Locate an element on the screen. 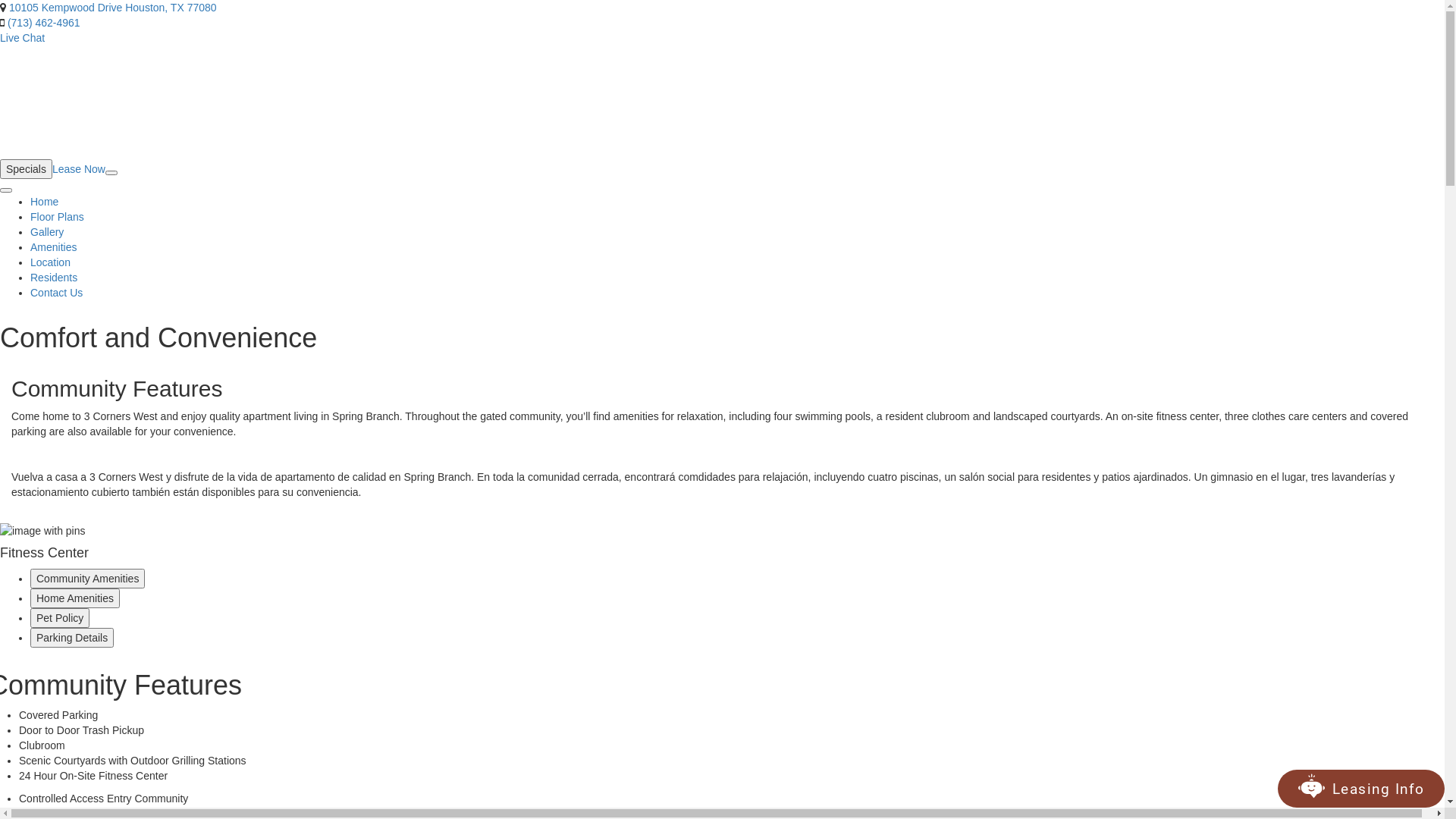 Image resolution: width=1456 pixels, height=819 pixels. 'Parking Details' is located at coordinates (71, 637).